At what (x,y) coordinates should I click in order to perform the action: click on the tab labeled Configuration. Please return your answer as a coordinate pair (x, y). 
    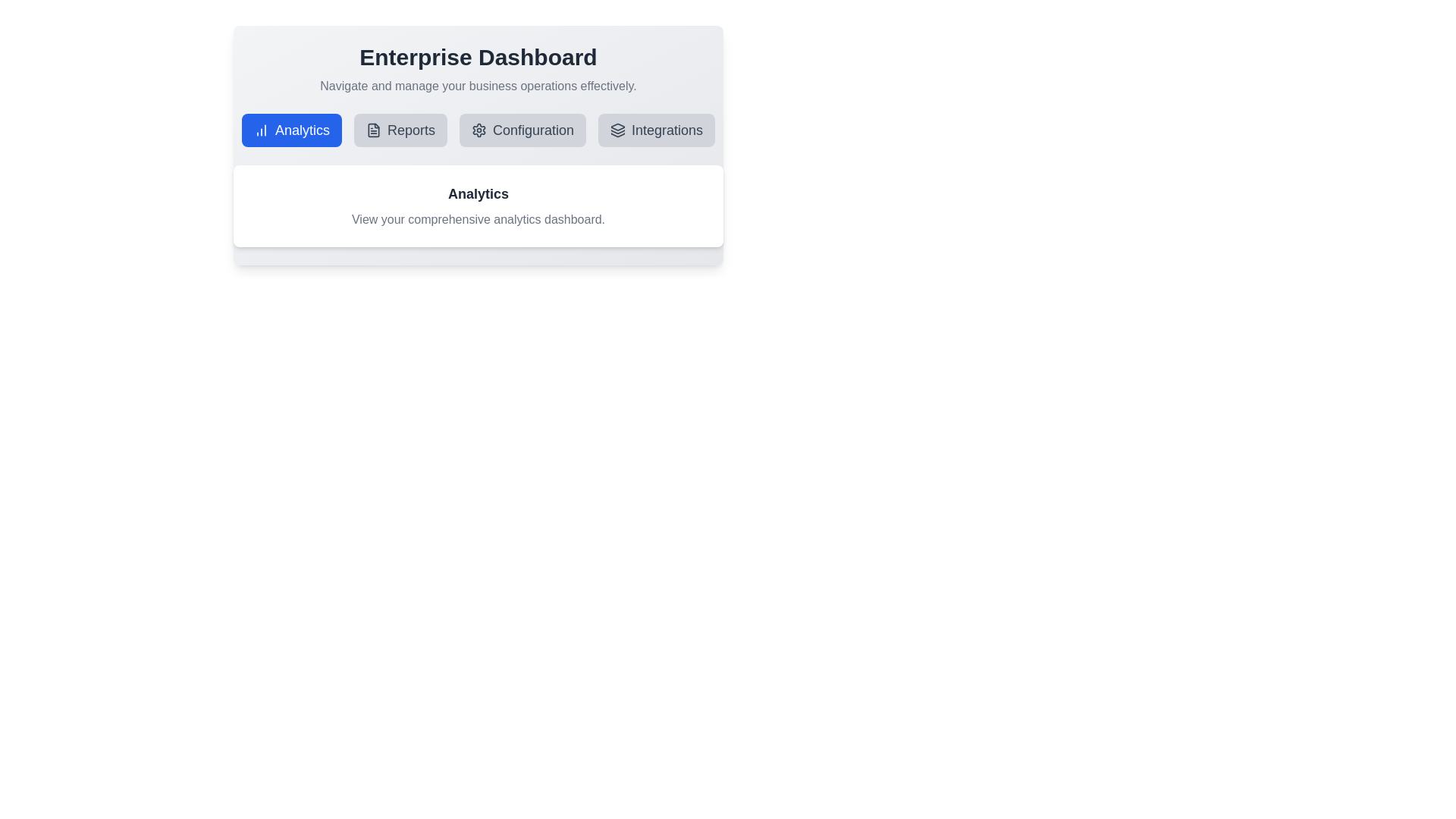
    Looking at the image, I should click on (522, 130).